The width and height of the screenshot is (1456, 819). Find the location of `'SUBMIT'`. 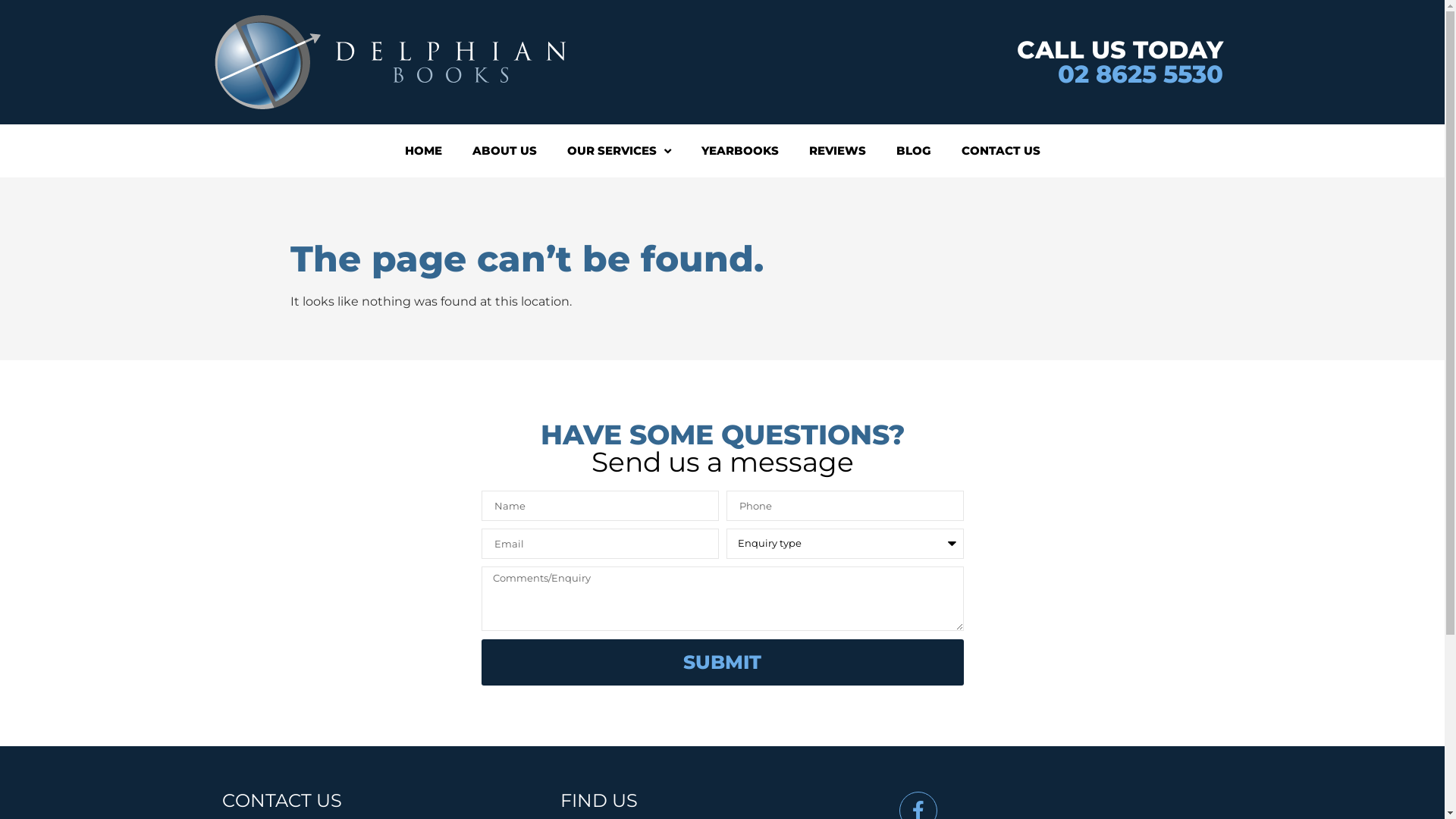

'SUBMIT' is located at coordinates (720, 661).